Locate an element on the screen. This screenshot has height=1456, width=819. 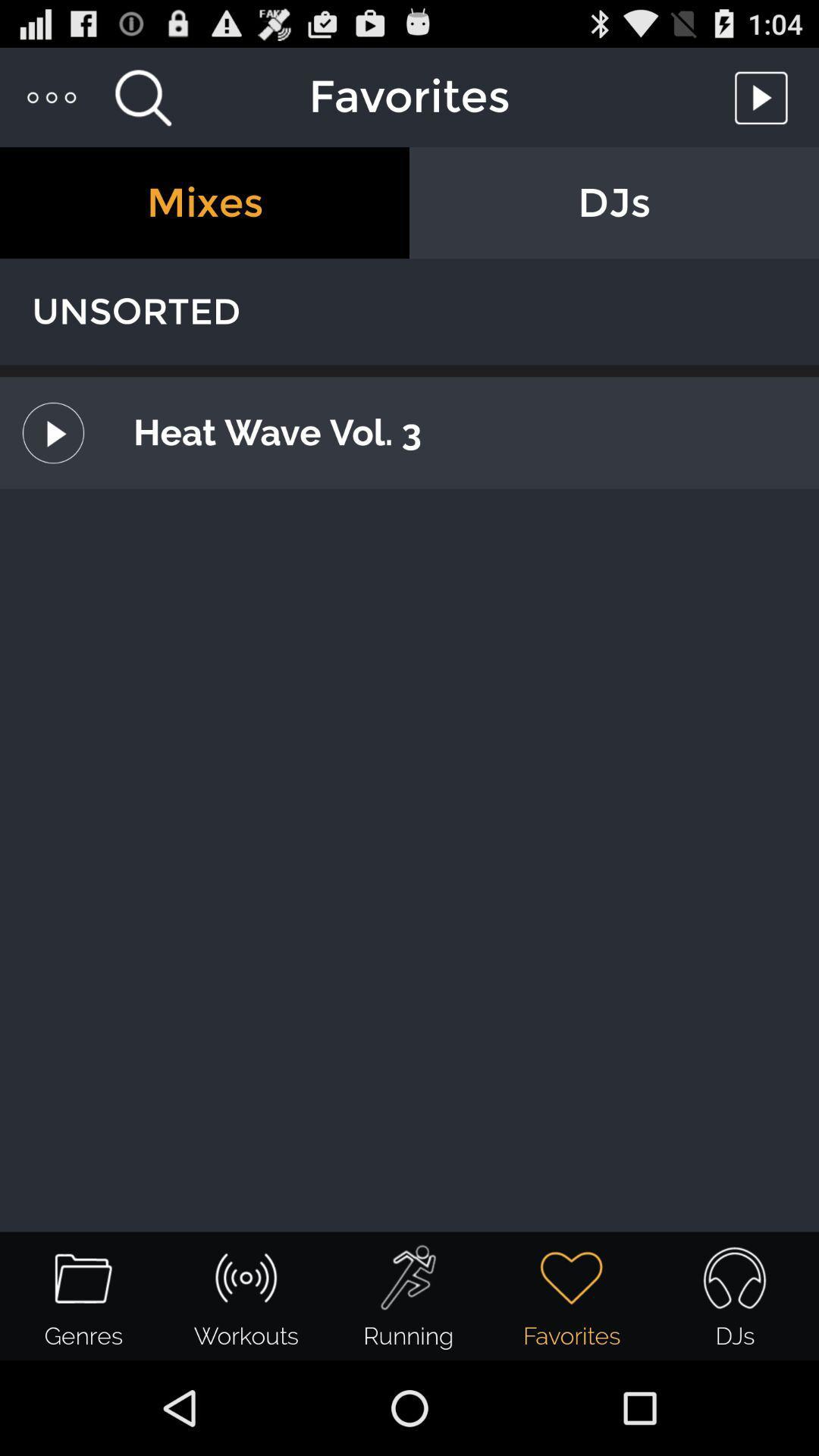
the item below favorites item is located at coordinates (205, 202).